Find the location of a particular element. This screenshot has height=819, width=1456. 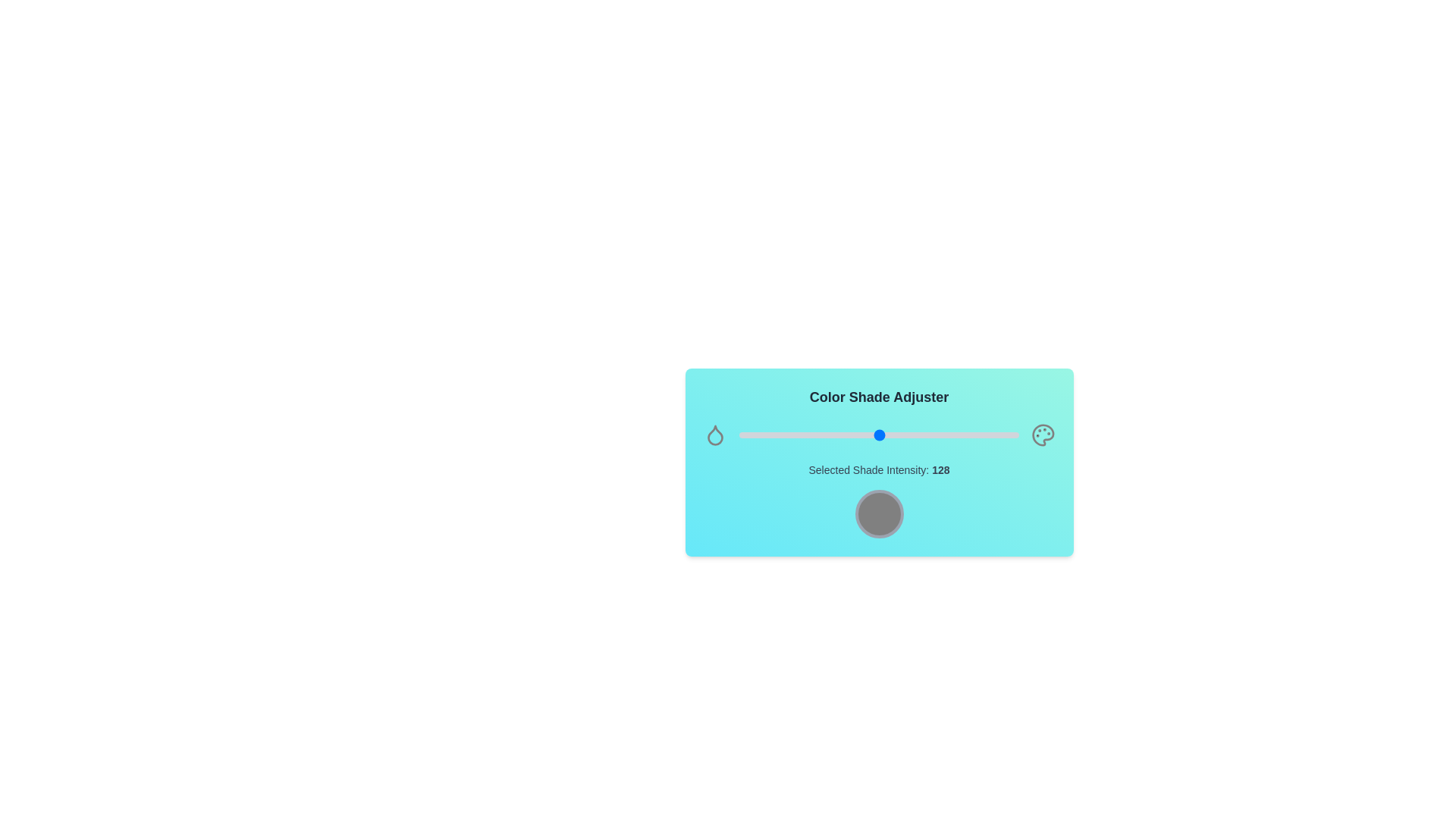

the shade intensity to 18 using the slider is located at coordinates (759, 435).